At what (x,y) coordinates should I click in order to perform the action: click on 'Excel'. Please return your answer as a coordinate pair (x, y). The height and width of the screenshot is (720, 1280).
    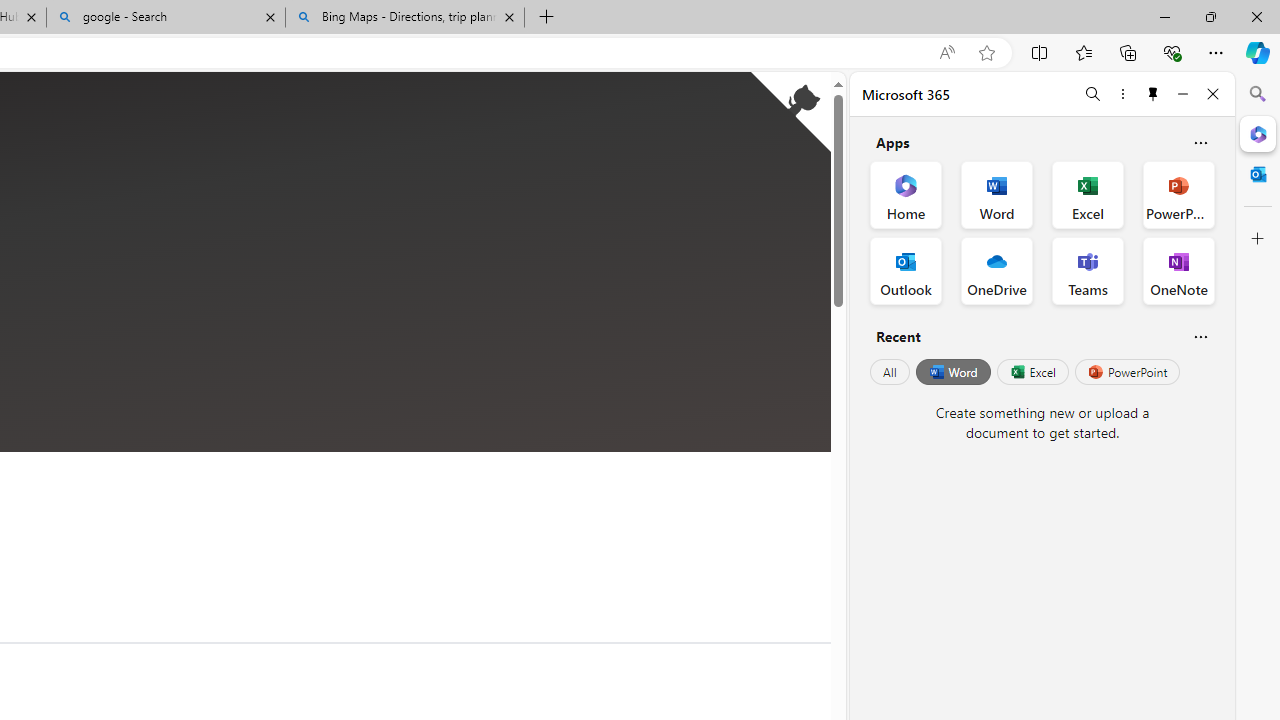
    Looking at the image, I should click on (1032, 372).